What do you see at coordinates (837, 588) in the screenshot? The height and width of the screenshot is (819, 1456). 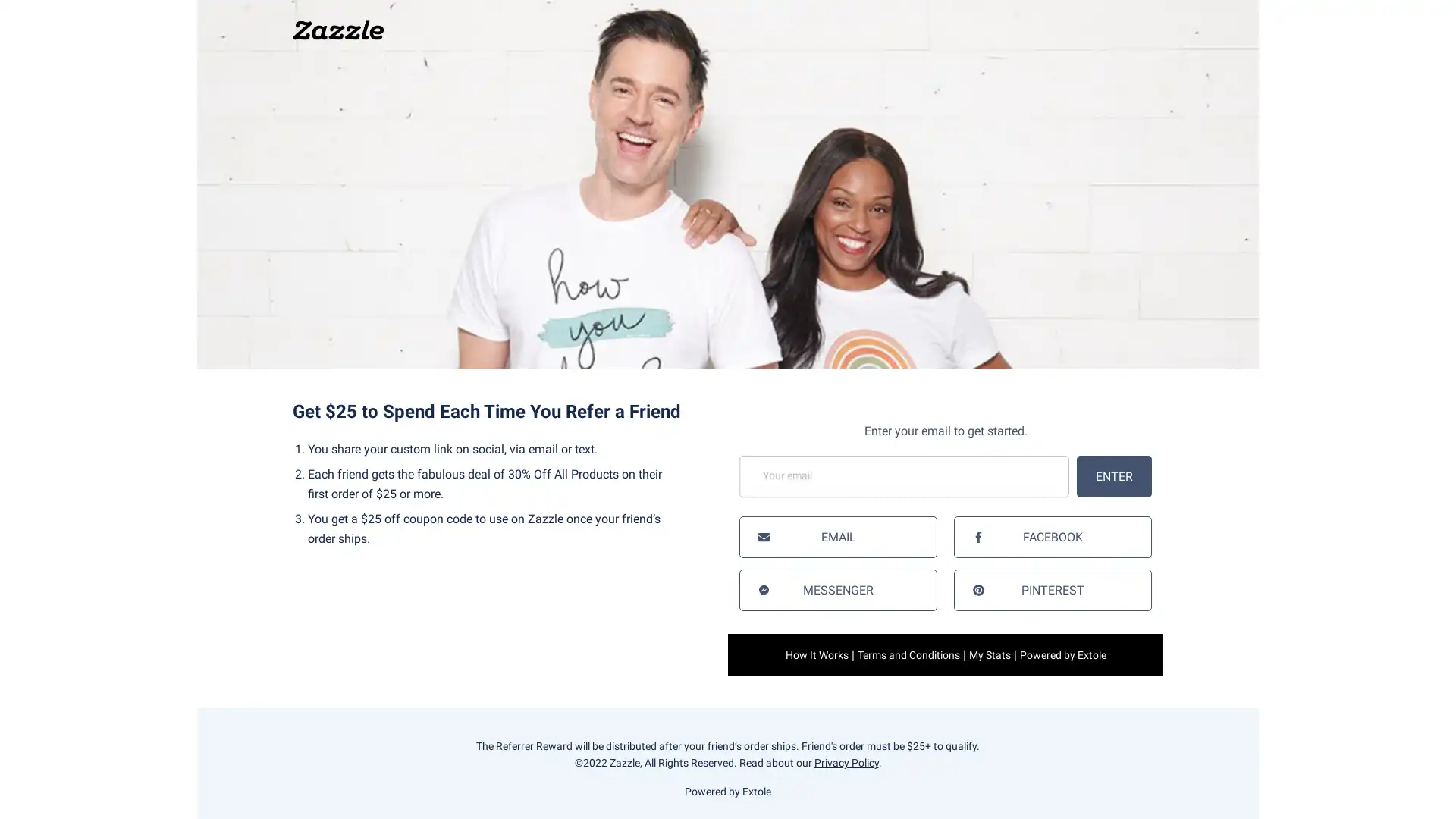 I see `messenger` at bounding box center [837, 588].